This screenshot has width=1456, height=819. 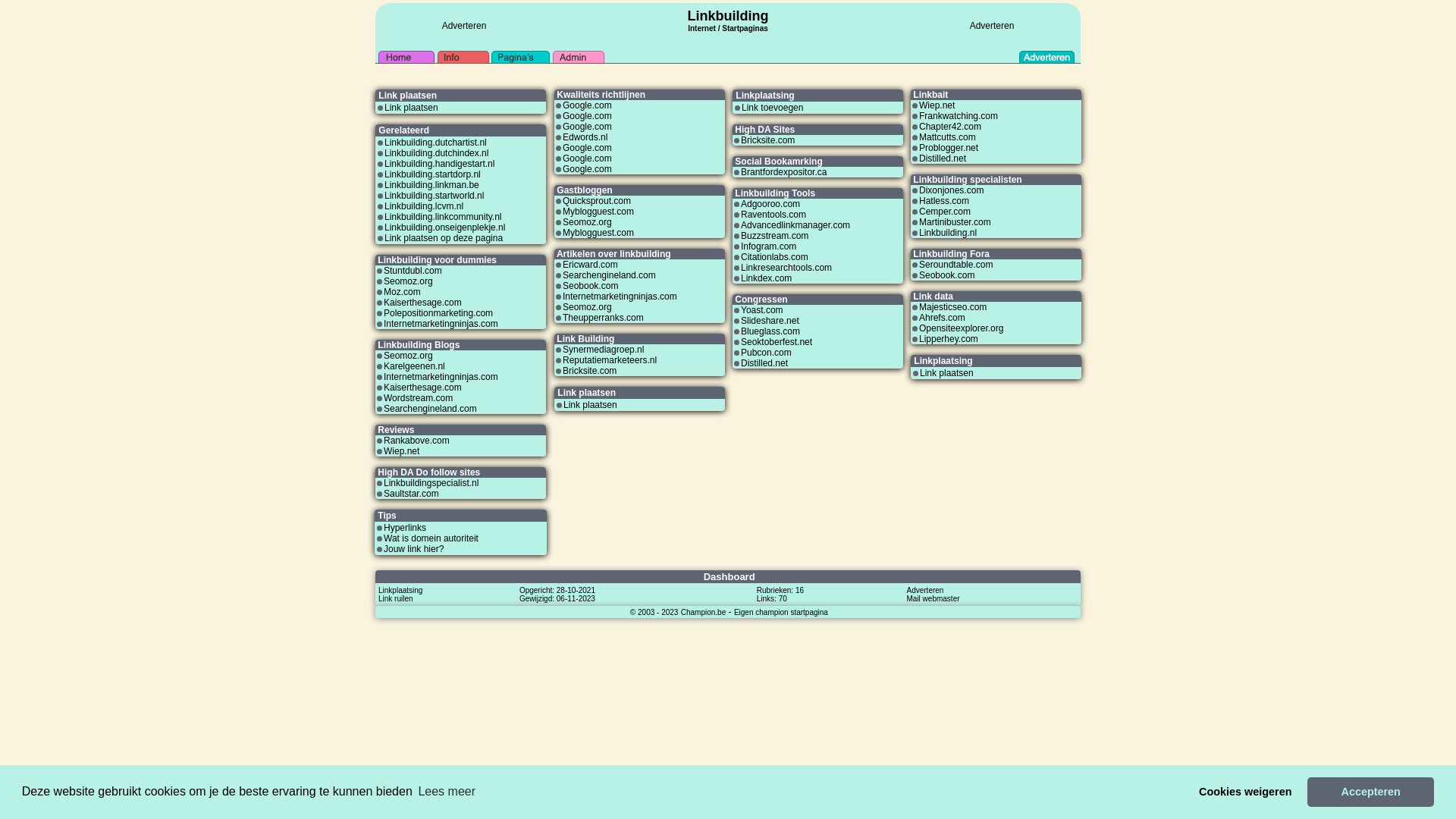 What do you see at coordinates (418, 397) in the screenshot?
I see `'Wordstream.com'` at bounding box center [418, 397].